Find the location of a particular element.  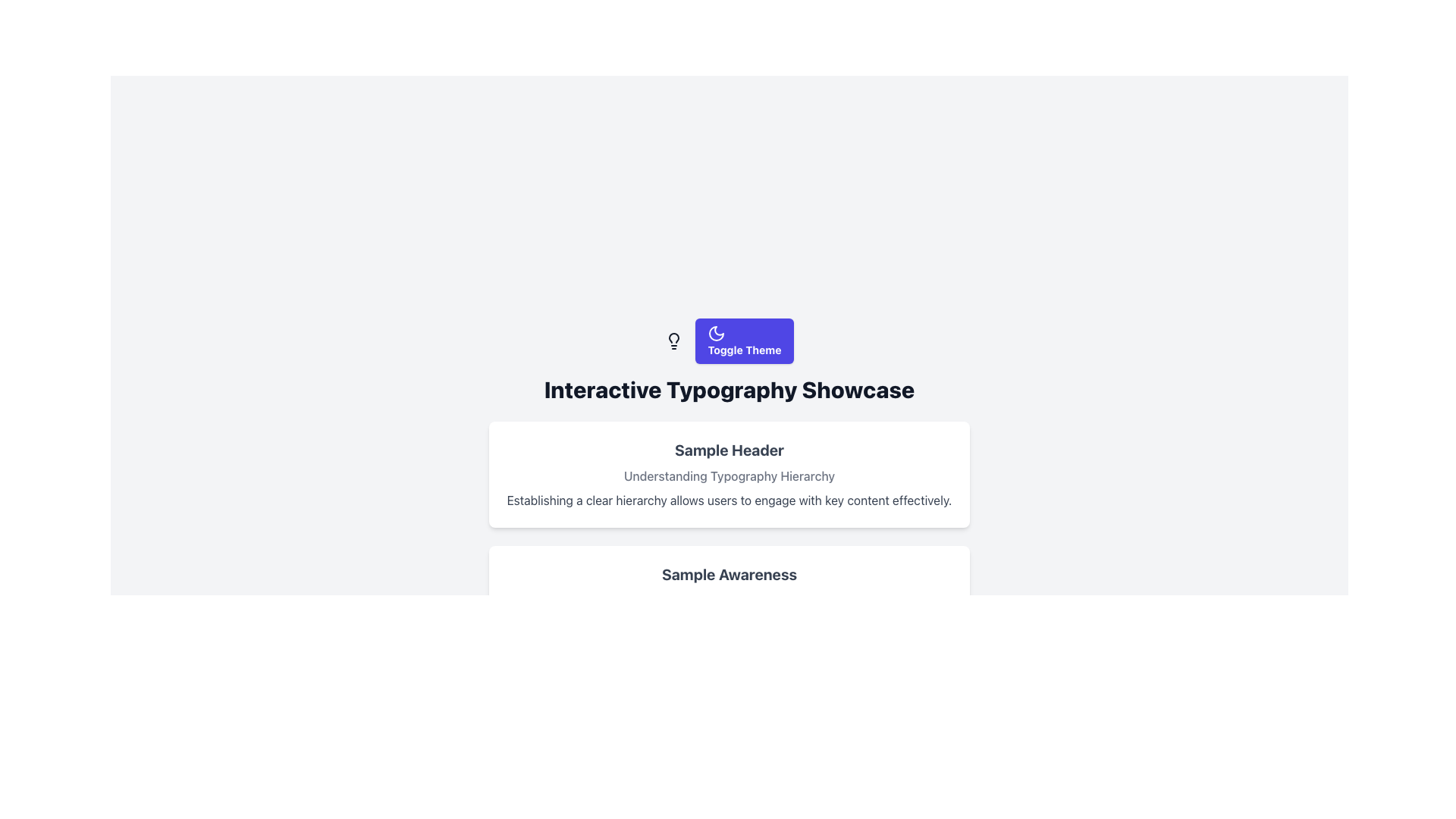

the text label displaying 'Interactive Typography Showcase', which is styled with a large, bold font and is centered on the page, located below the 'Toggle Theme' button is located at coordinates (729, 388).